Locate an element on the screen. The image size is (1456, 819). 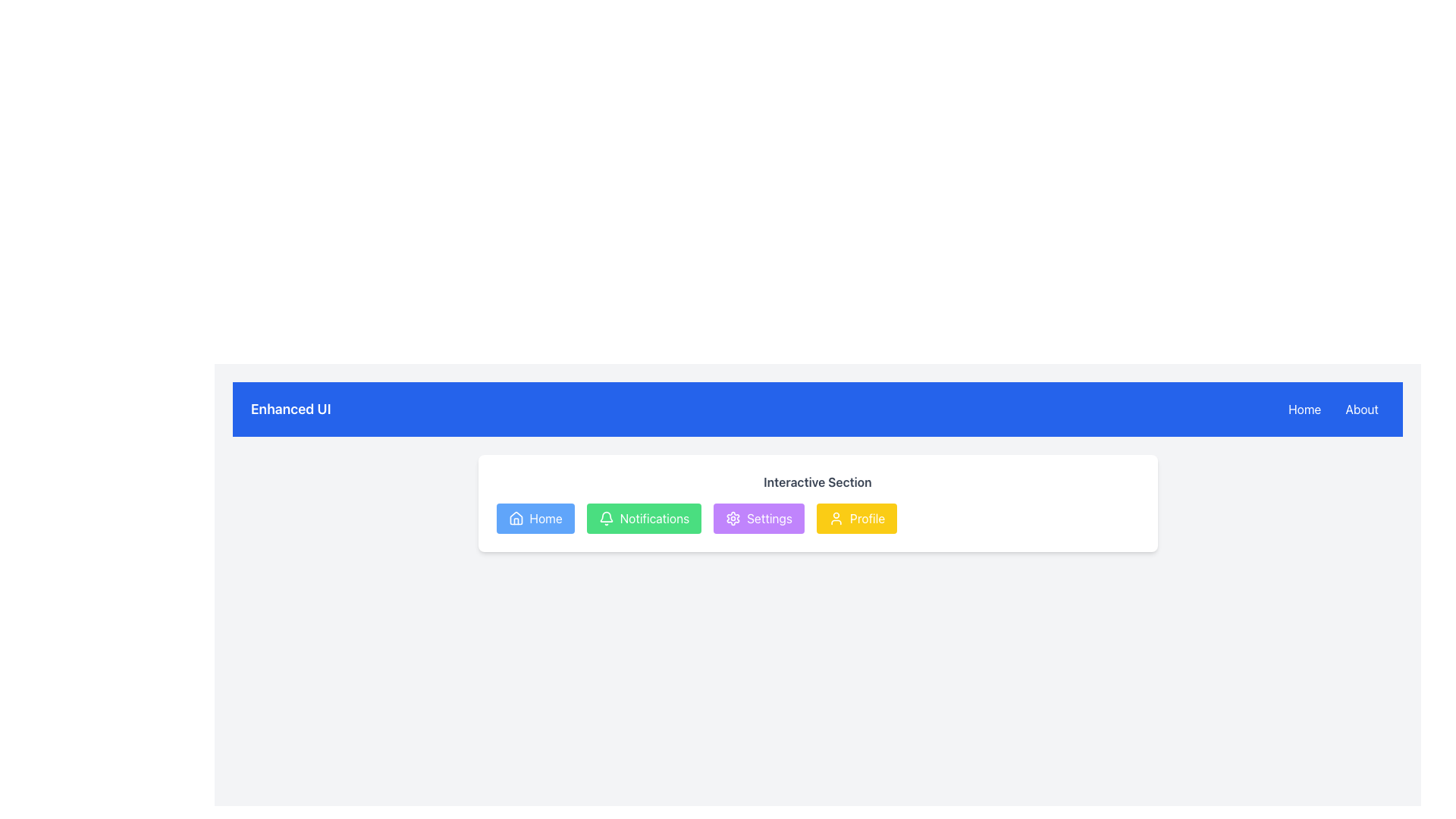
the branding label located in the top-left corner of the blue header bar, adjacent to the header's margin is located at coordinates (290, 409).